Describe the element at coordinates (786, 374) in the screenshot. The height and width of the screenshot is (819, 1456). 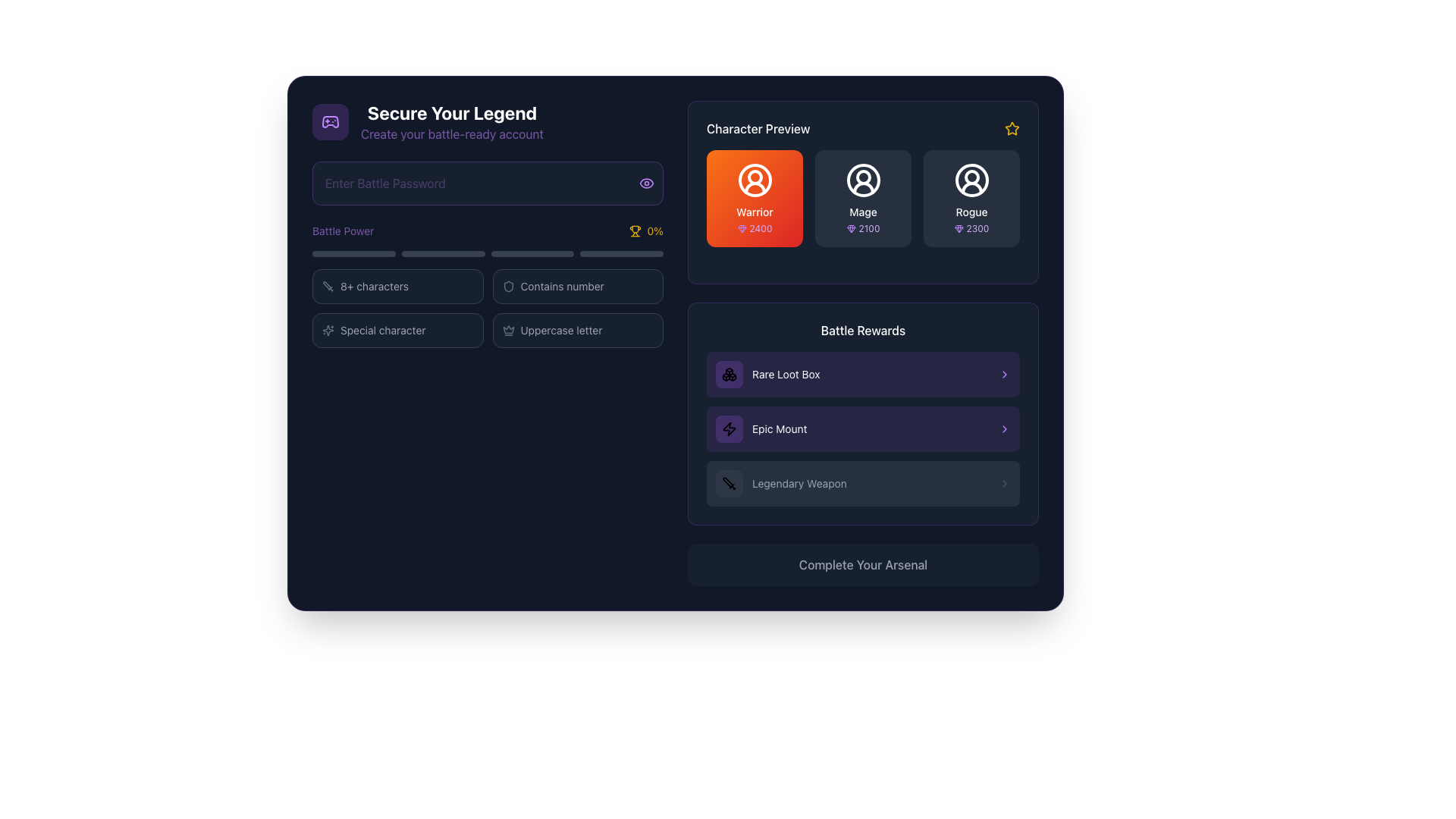
I see `text label 'Rare Loot Box' located in the 'Battle Rewards' section, positioned above 'Epic Mount' and 'Legendary Weapon'` at that location.